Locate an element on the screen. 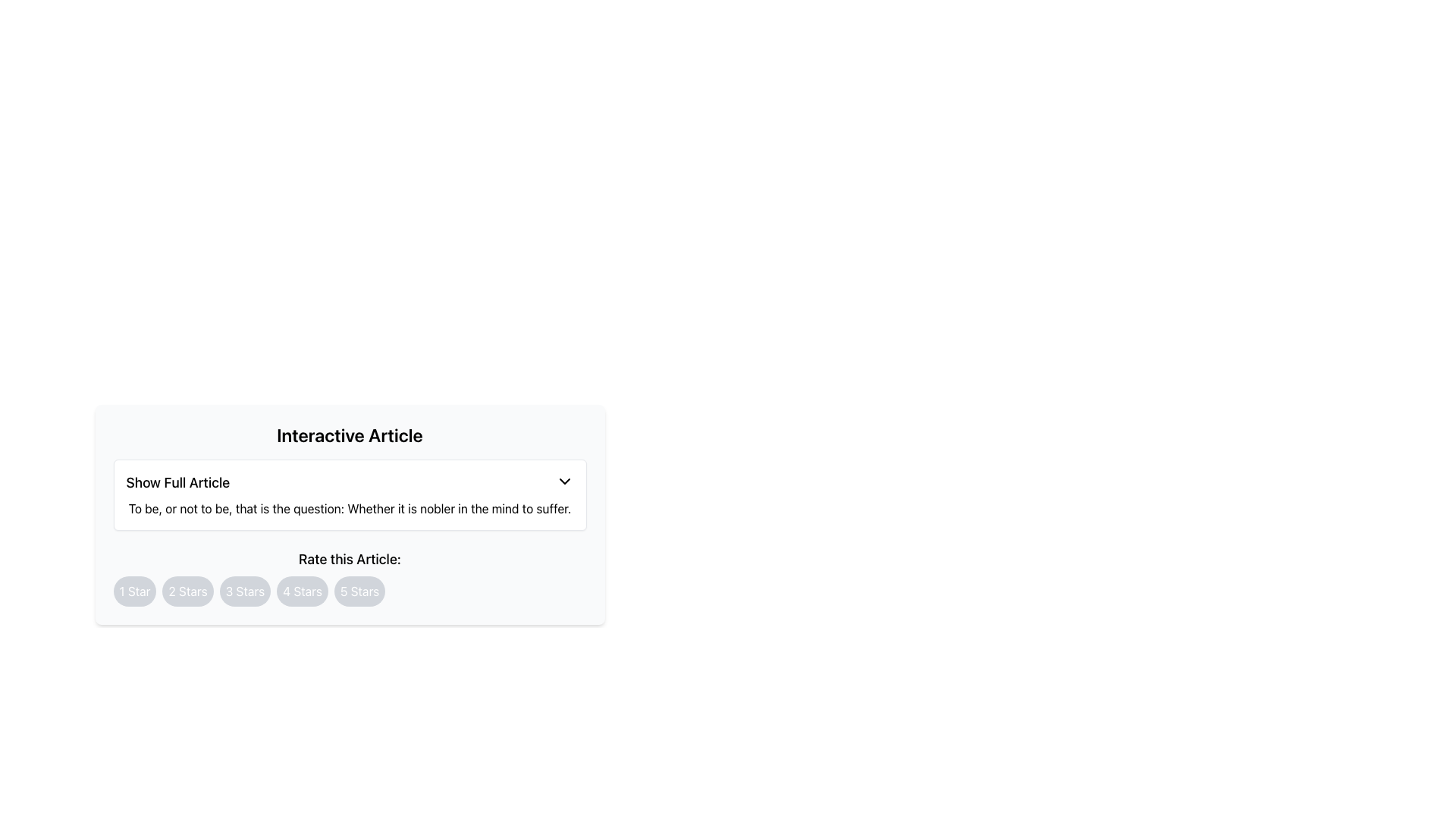  the five-star rating button located in the 'Interactive Article' section is located at coordinates (349, 578).